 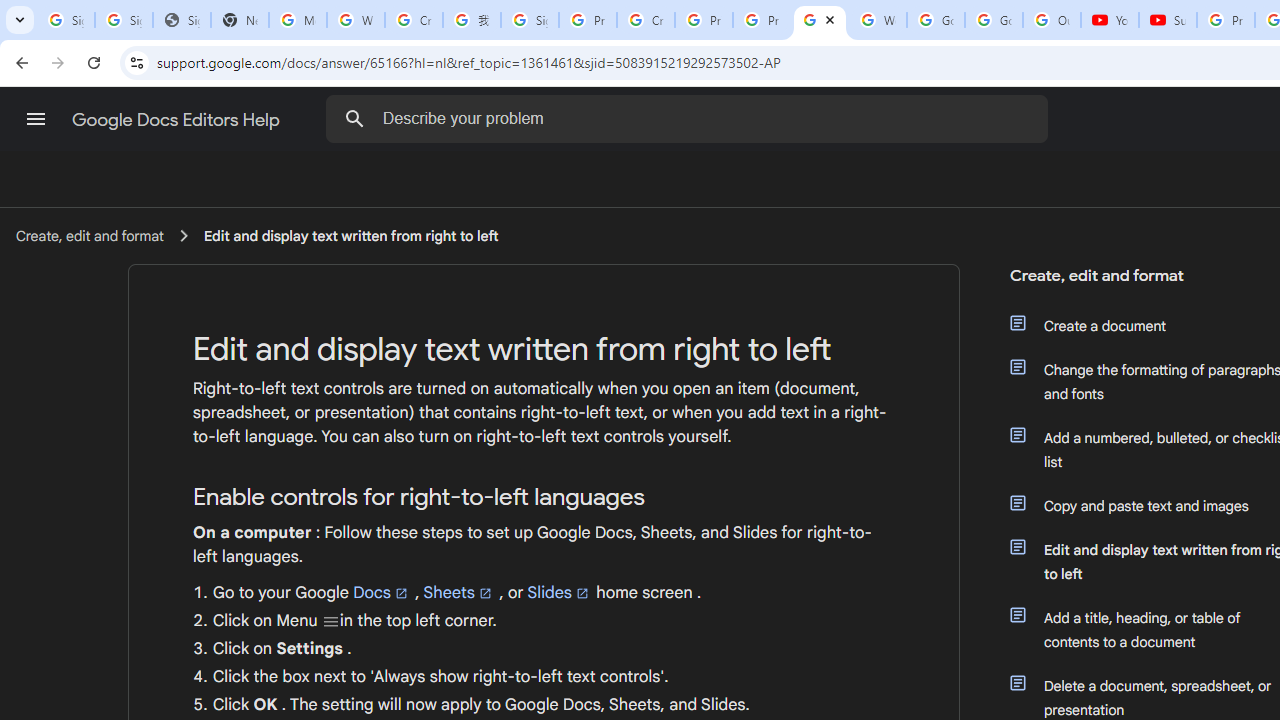 What do you see at coordinates (382, 592) in the screenshot?
I see `'Docs'` at bounding box center [382, 592].